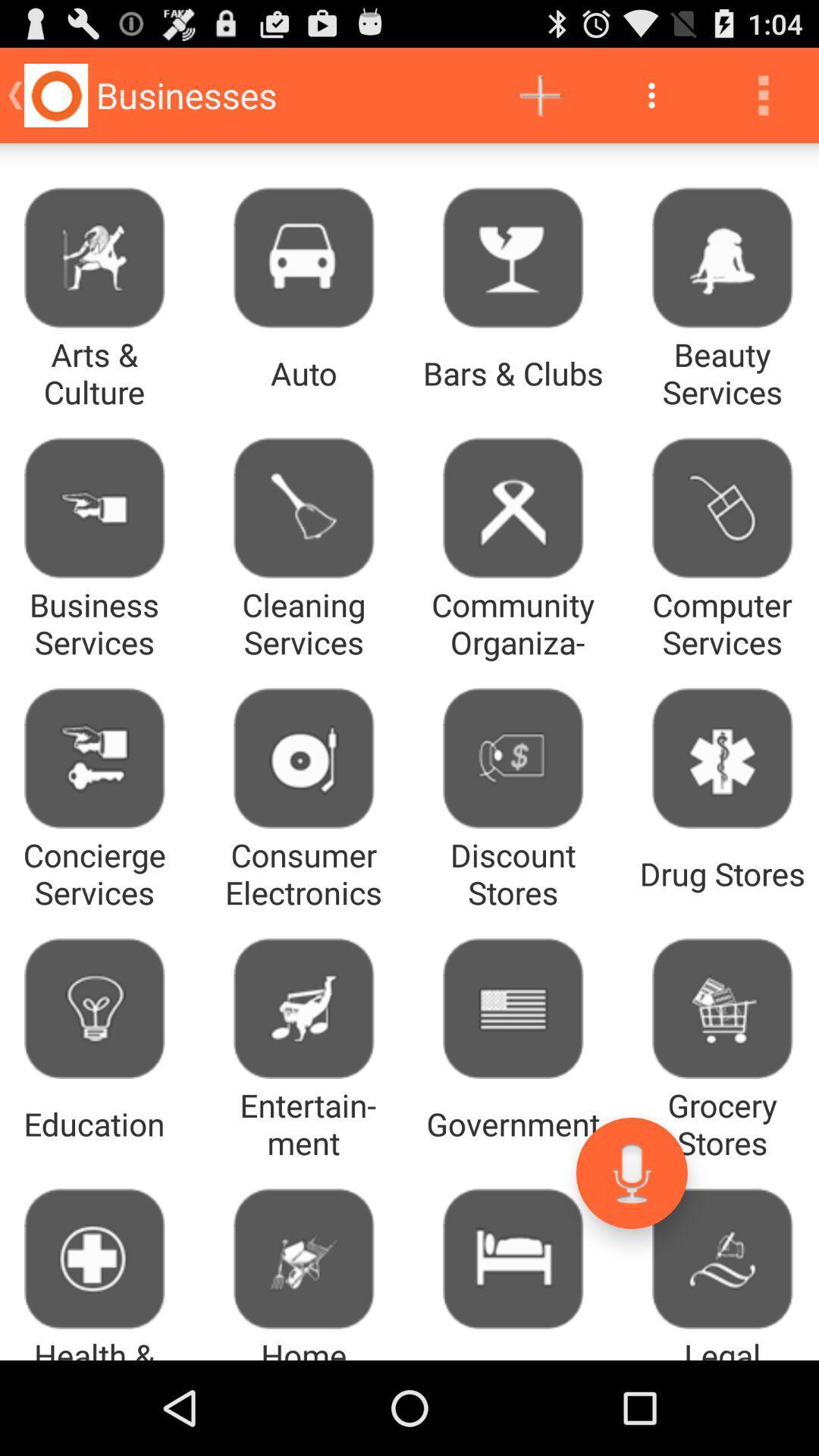 The width and height of the screenshot is (819, 1456). Describe the element at coordinates (632, 1172) in the screenshot. I see `app above legal services icon` at that location.